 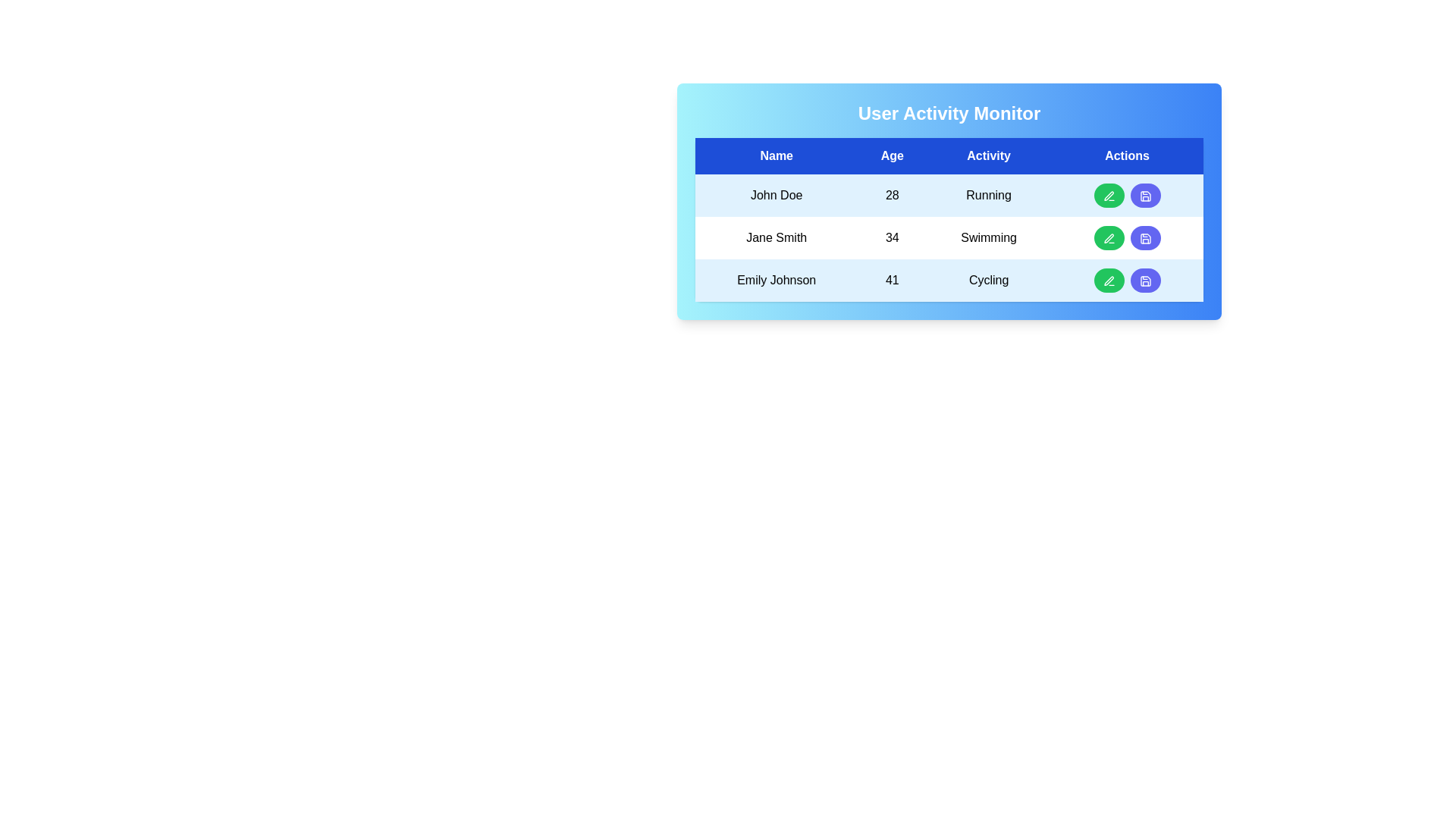 I want to click on the edit button for the Emily Johnson row, so click(x=1109, y=281).